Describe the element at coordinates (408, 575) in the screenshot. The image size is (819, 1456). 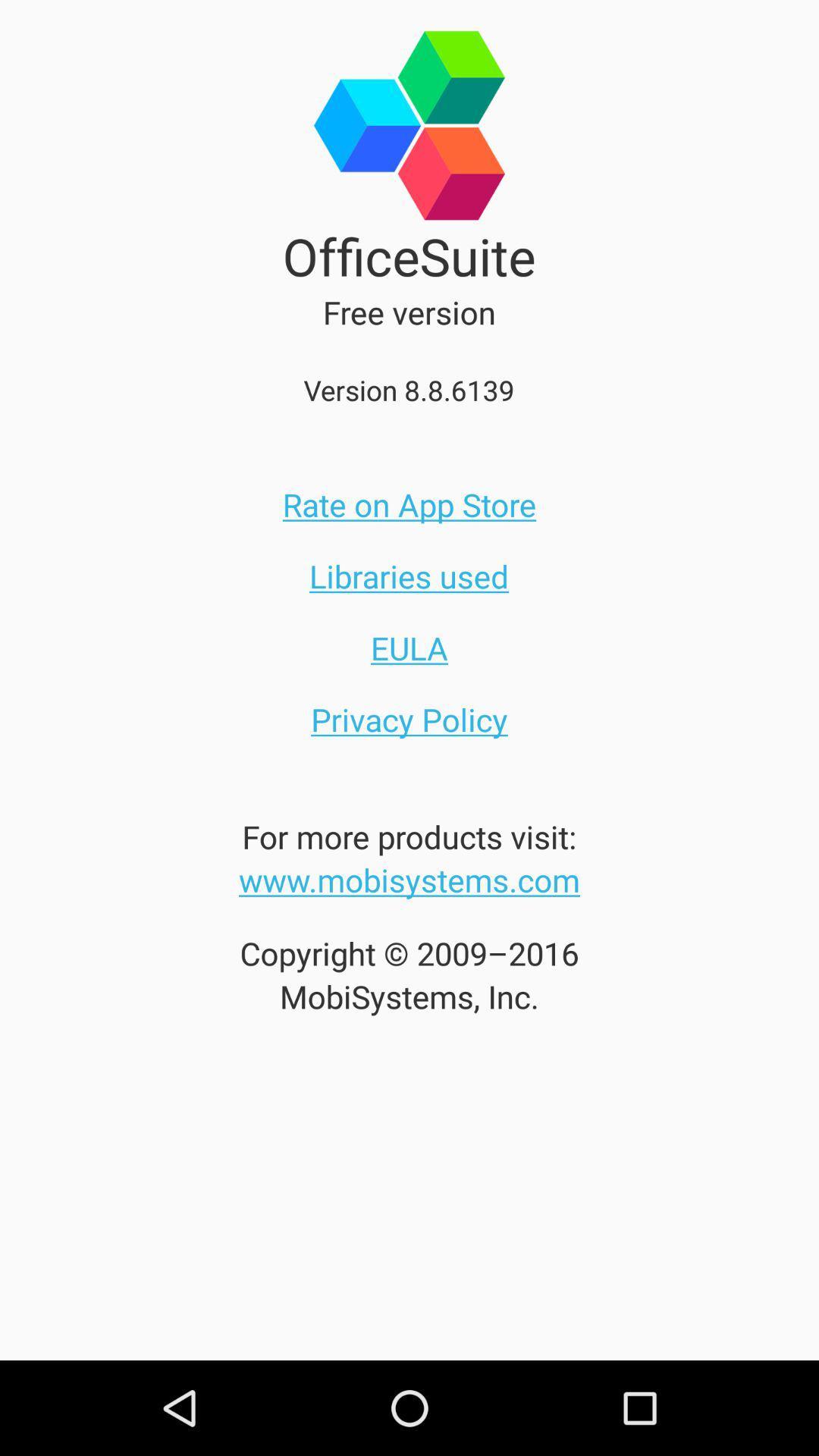
I see `item below the rate on app item` at that location.